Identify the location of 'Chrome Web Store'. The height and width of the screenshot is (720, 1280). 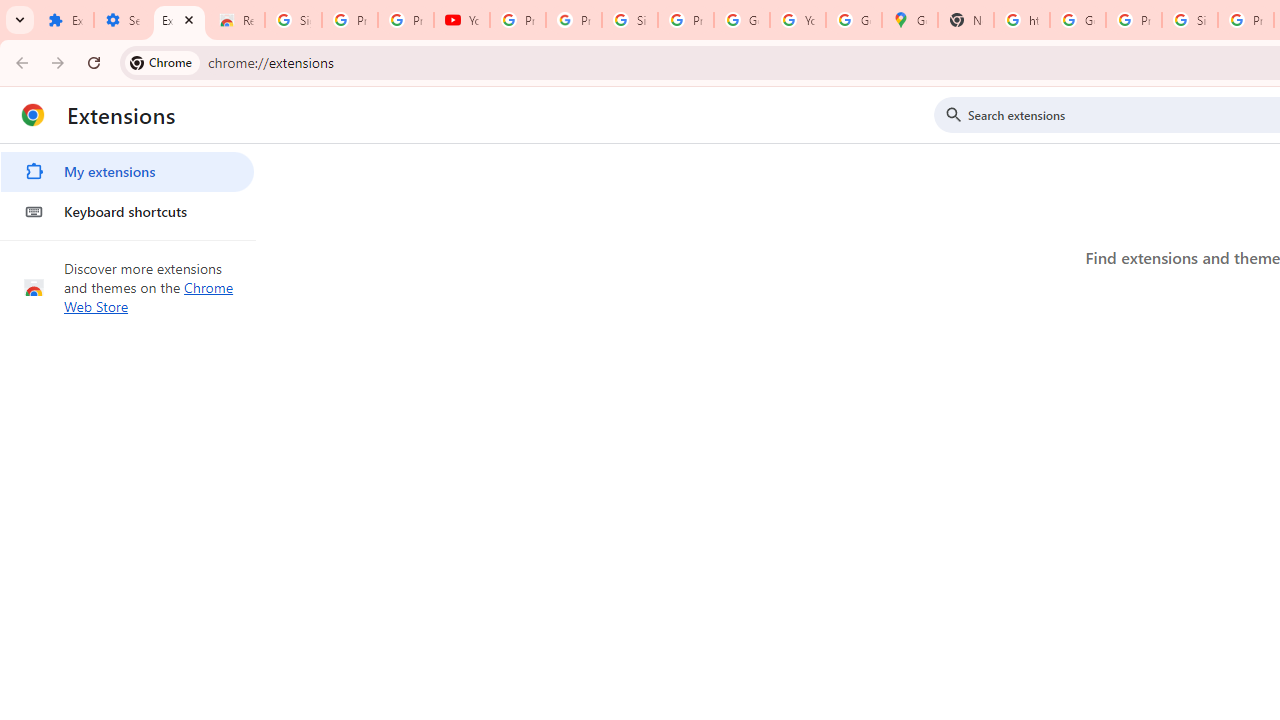
(148, 297).